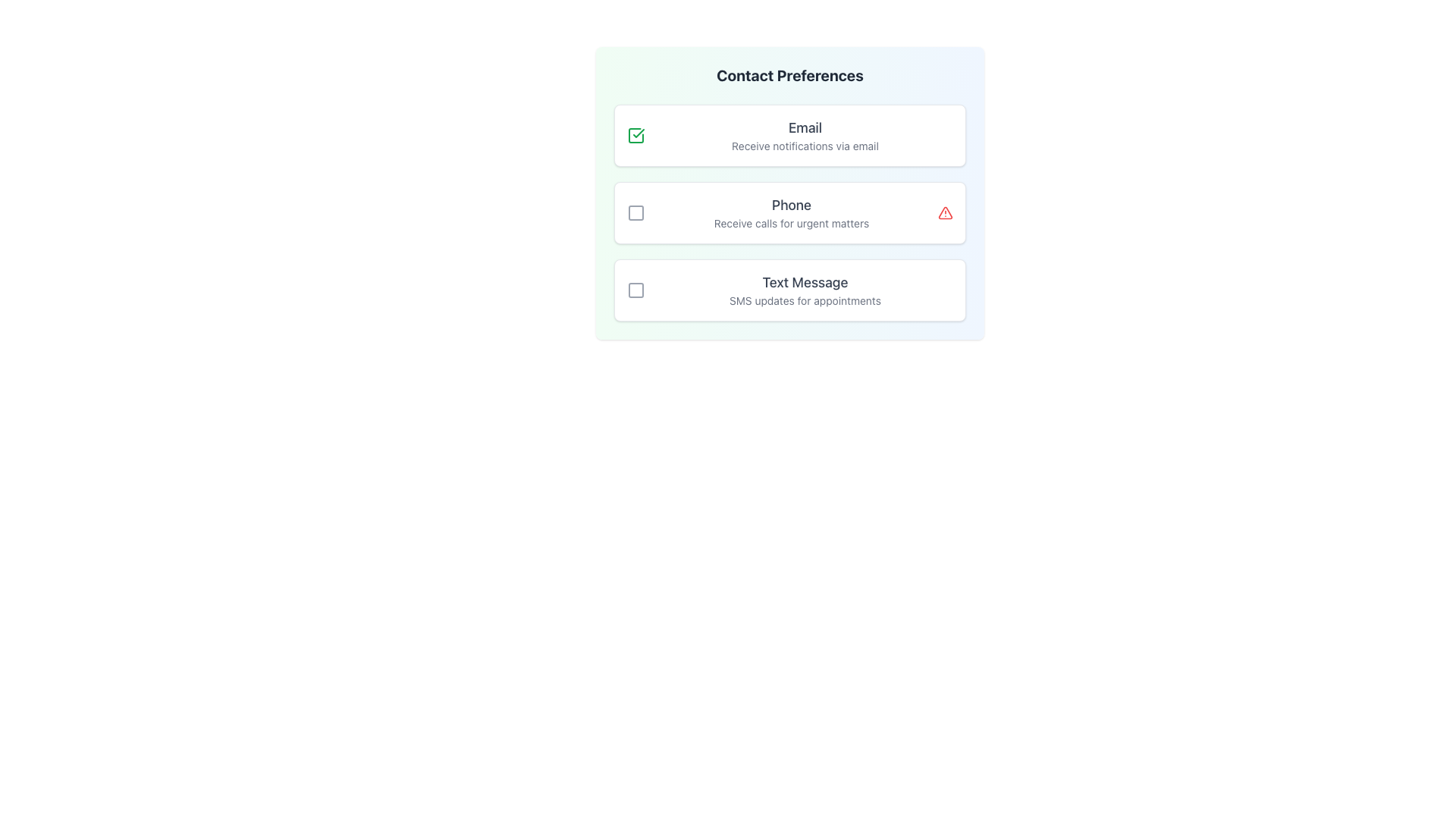  I want to click on the explanatory static text label located beneath the 'Phone' label in the contact preferences section, so click(790, 223).